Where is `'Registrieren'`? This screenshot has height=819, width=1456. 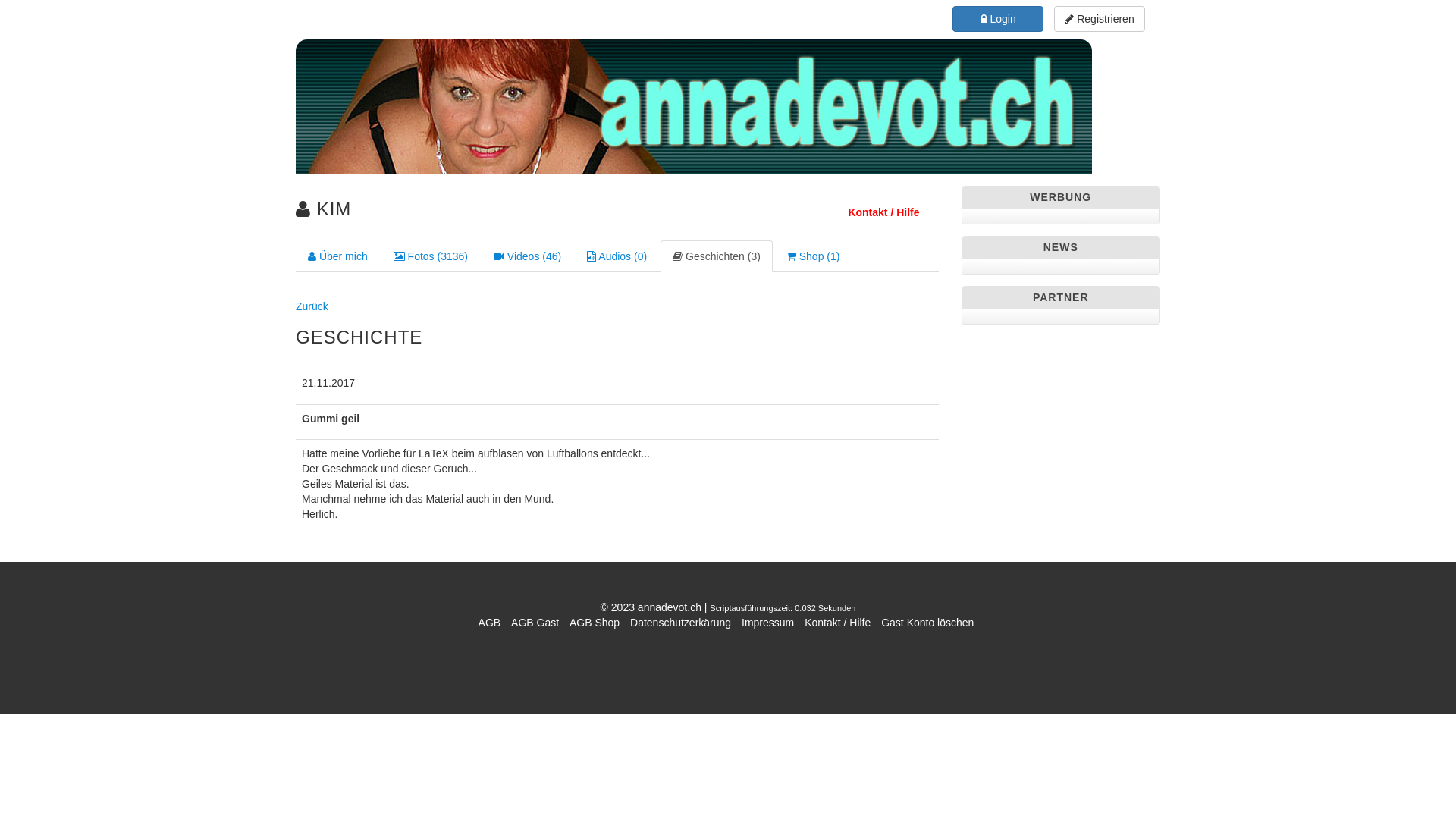 'Registrieren' is located at coordinates (1099, 18).